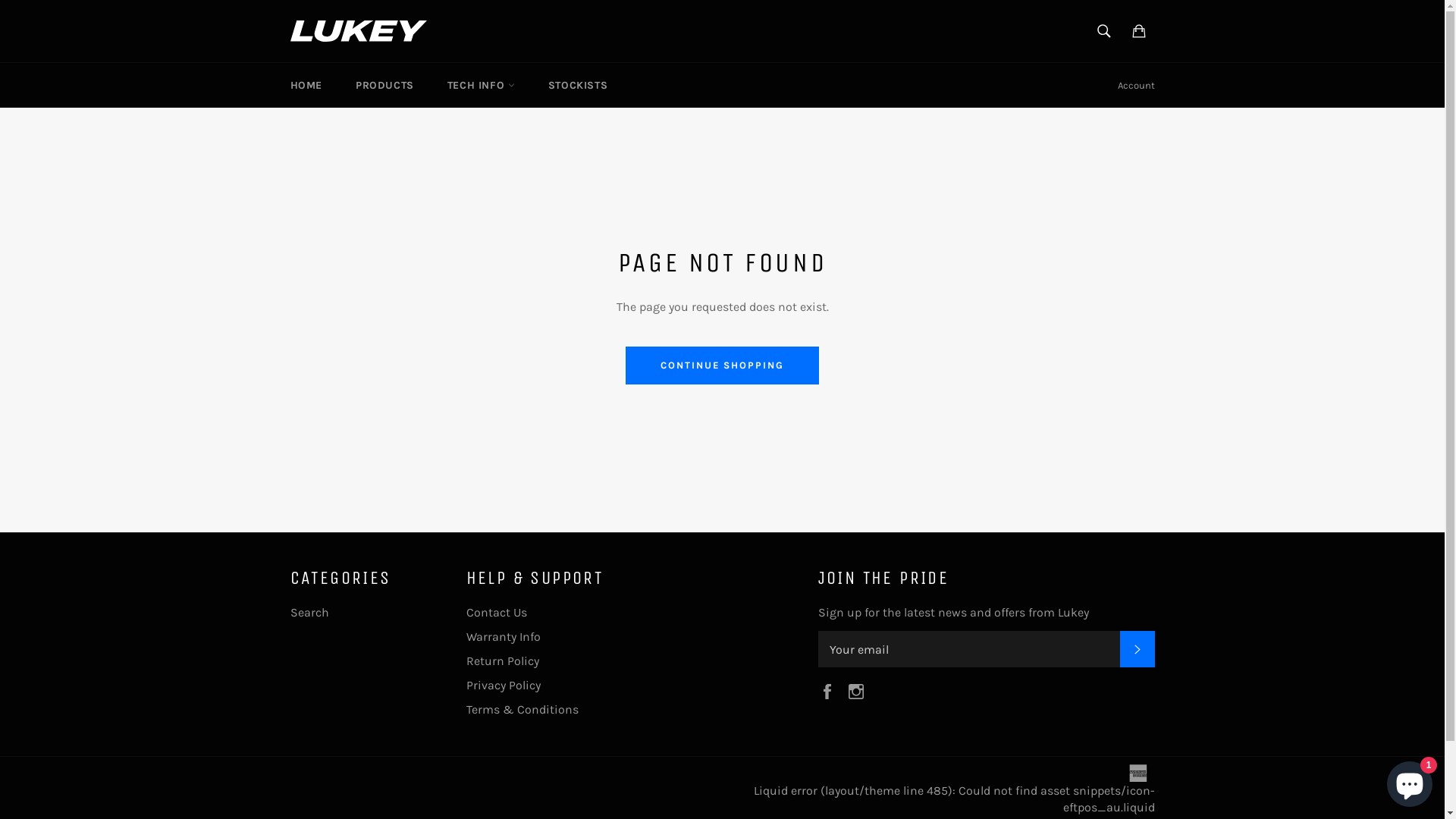  What do you see at coordinates (384, 85) in the screenshot?
I see `'PRODUCTS'` at bounding box center [384, 85].